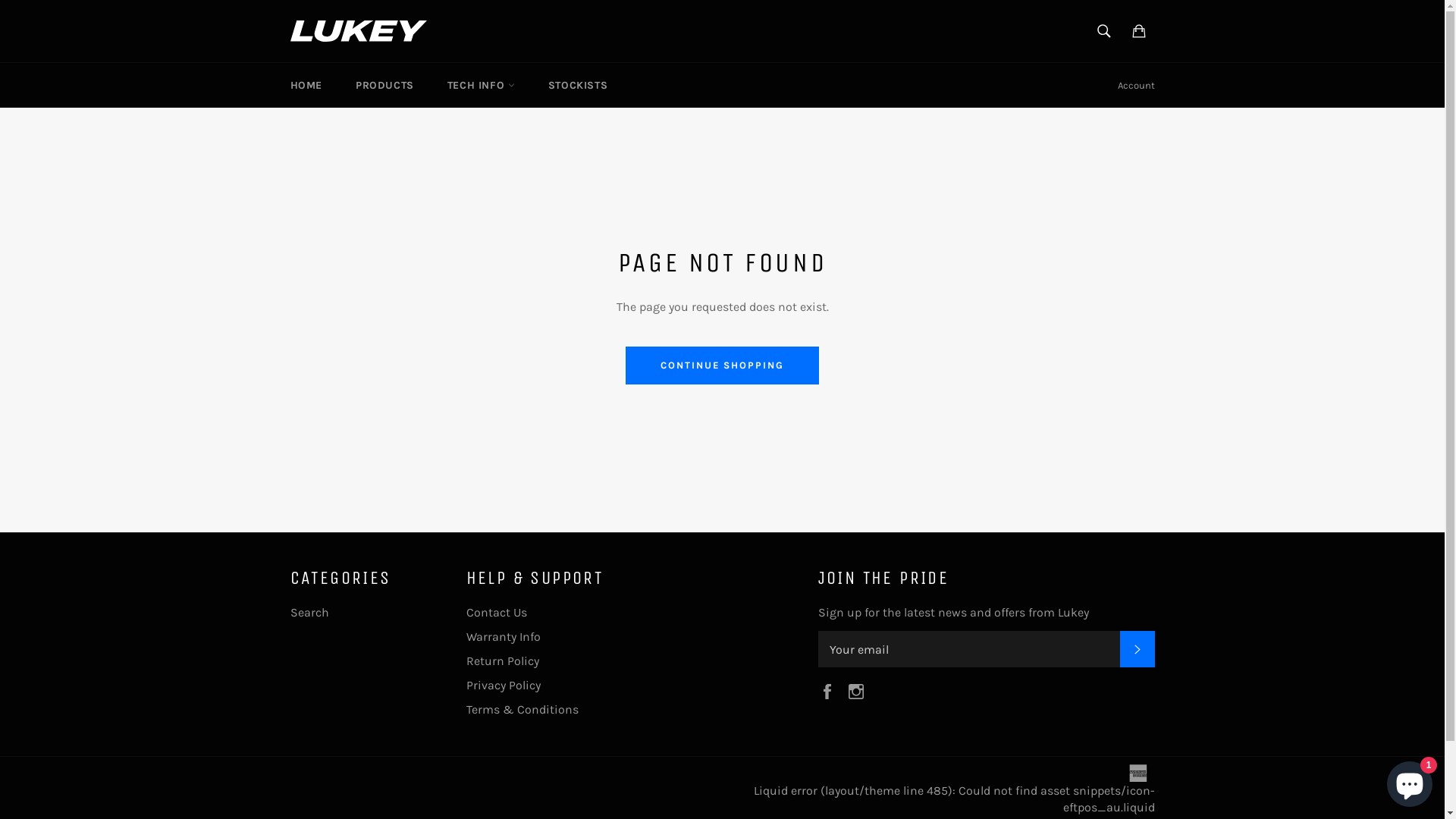  What do you see at coordinates (384, 85) in the screenshot?
I see `'PRODUCTS'` at bounding box center [384, 85].